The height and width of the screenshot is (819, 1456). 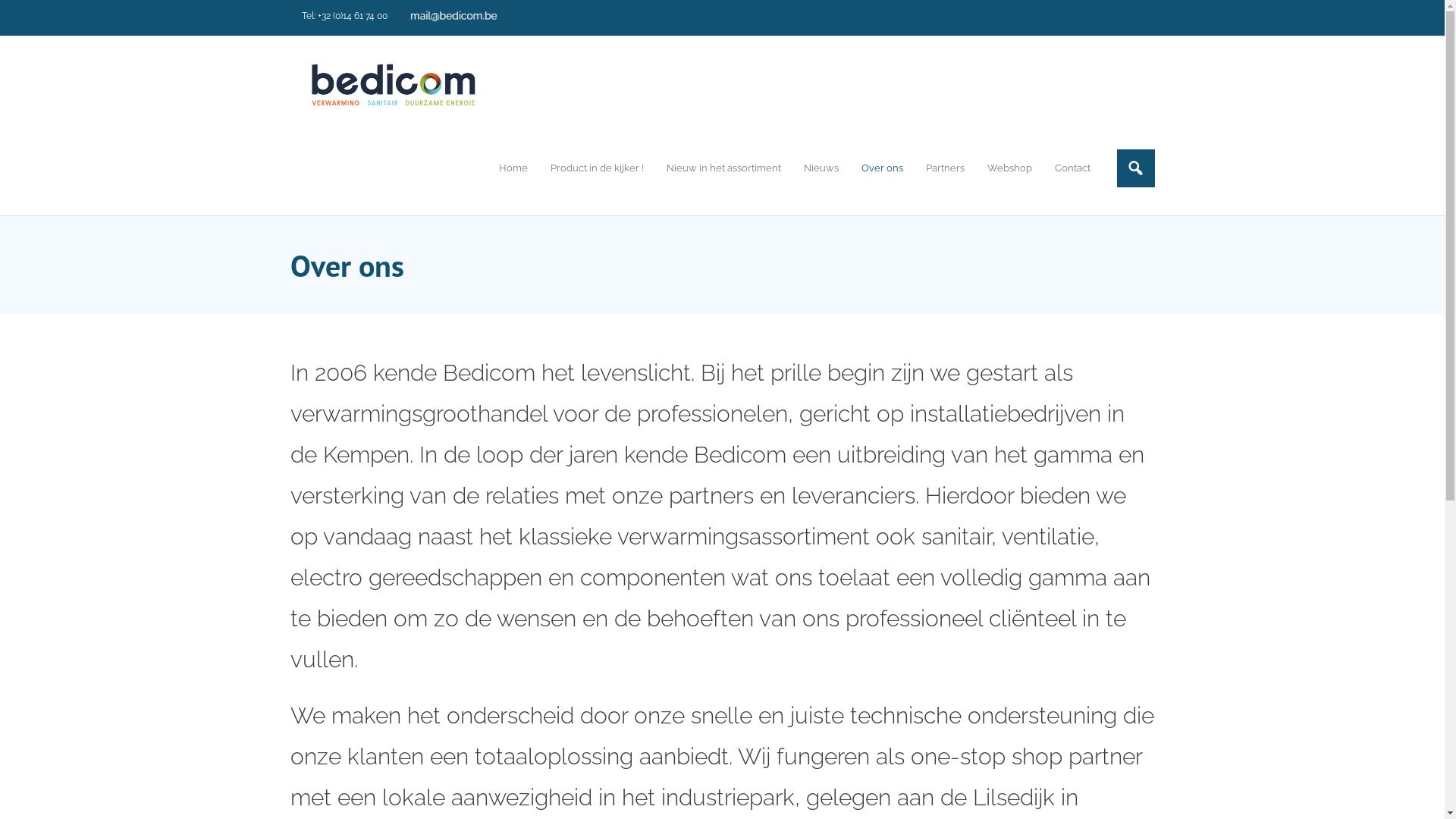 I want to click on 'Product in de kijker !', so click(x=595, y=168).